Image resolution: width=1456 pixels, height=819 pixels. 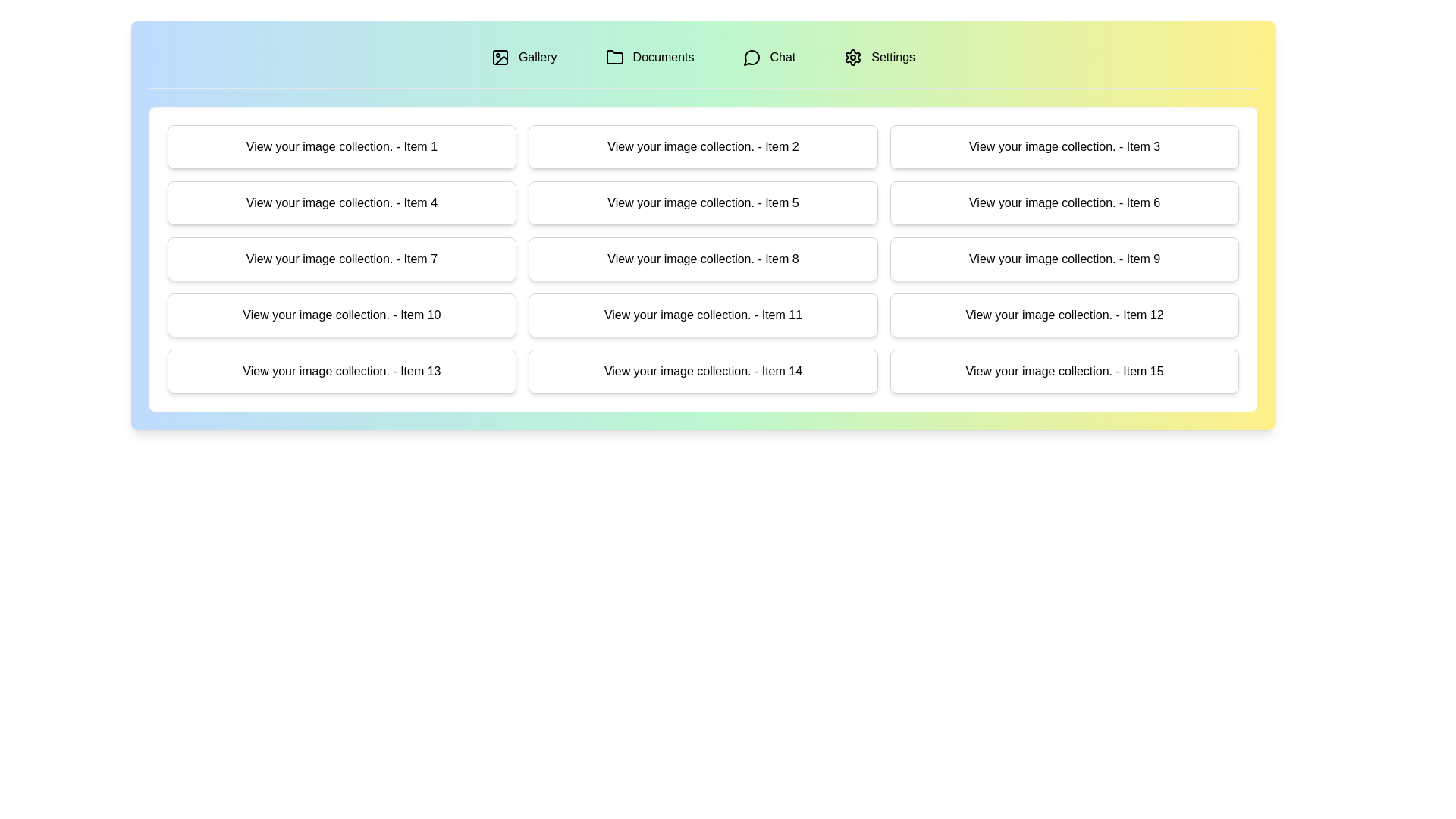 What do you see at coordinates (880, 57) in the screenshot?
I see `the tab labeled Settings to switch to the corresponding section` at bounding box center [880, 57].